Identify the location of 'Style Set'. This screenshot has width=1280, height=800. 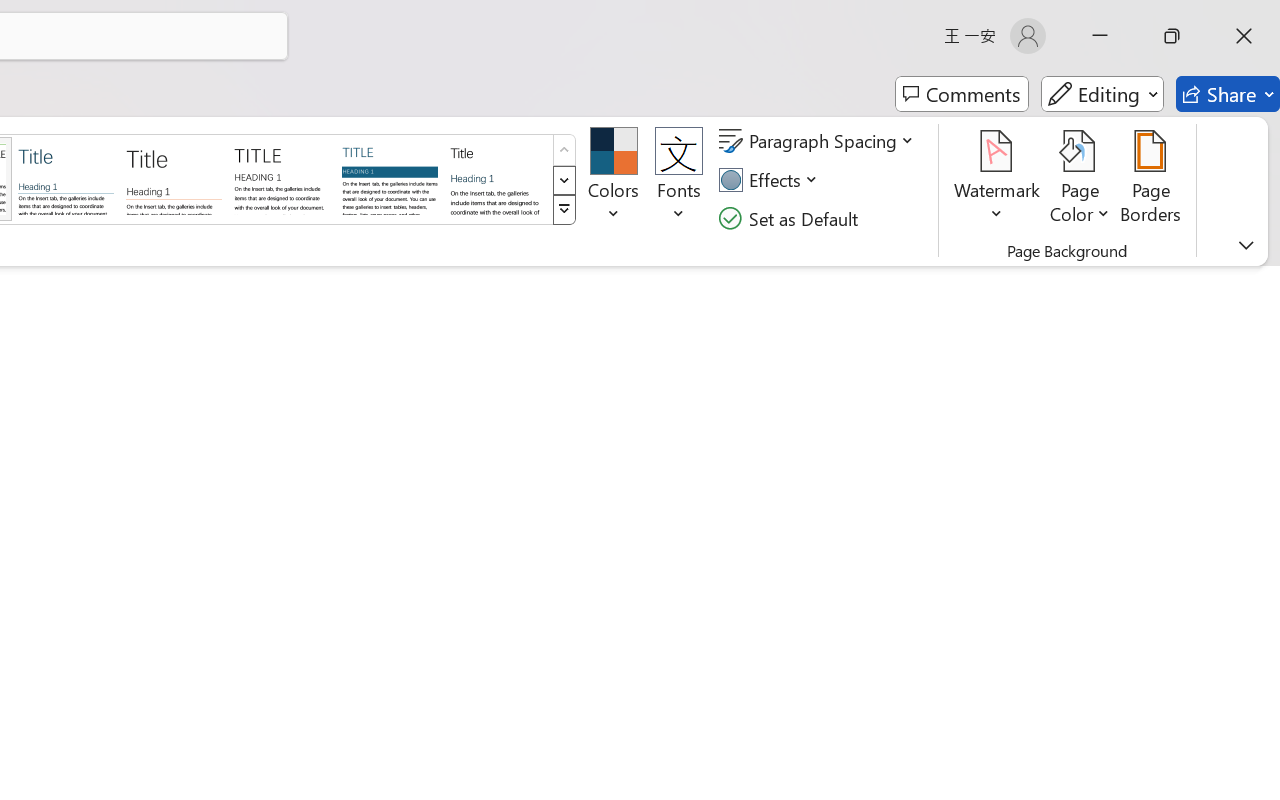
(563, 210).